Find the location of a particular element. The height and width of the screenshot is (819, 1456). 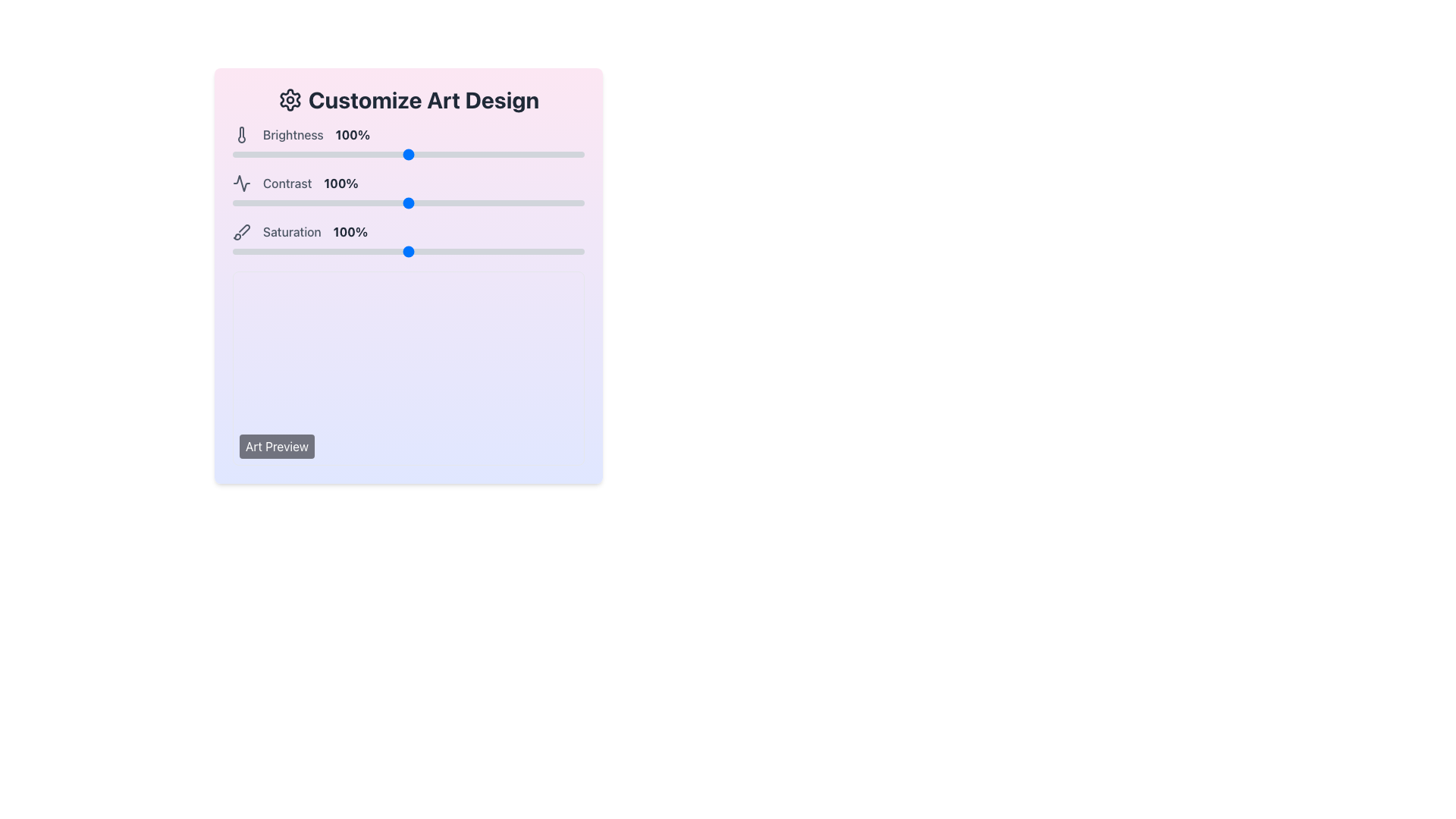

contrast is located at coordinates (428, 202).